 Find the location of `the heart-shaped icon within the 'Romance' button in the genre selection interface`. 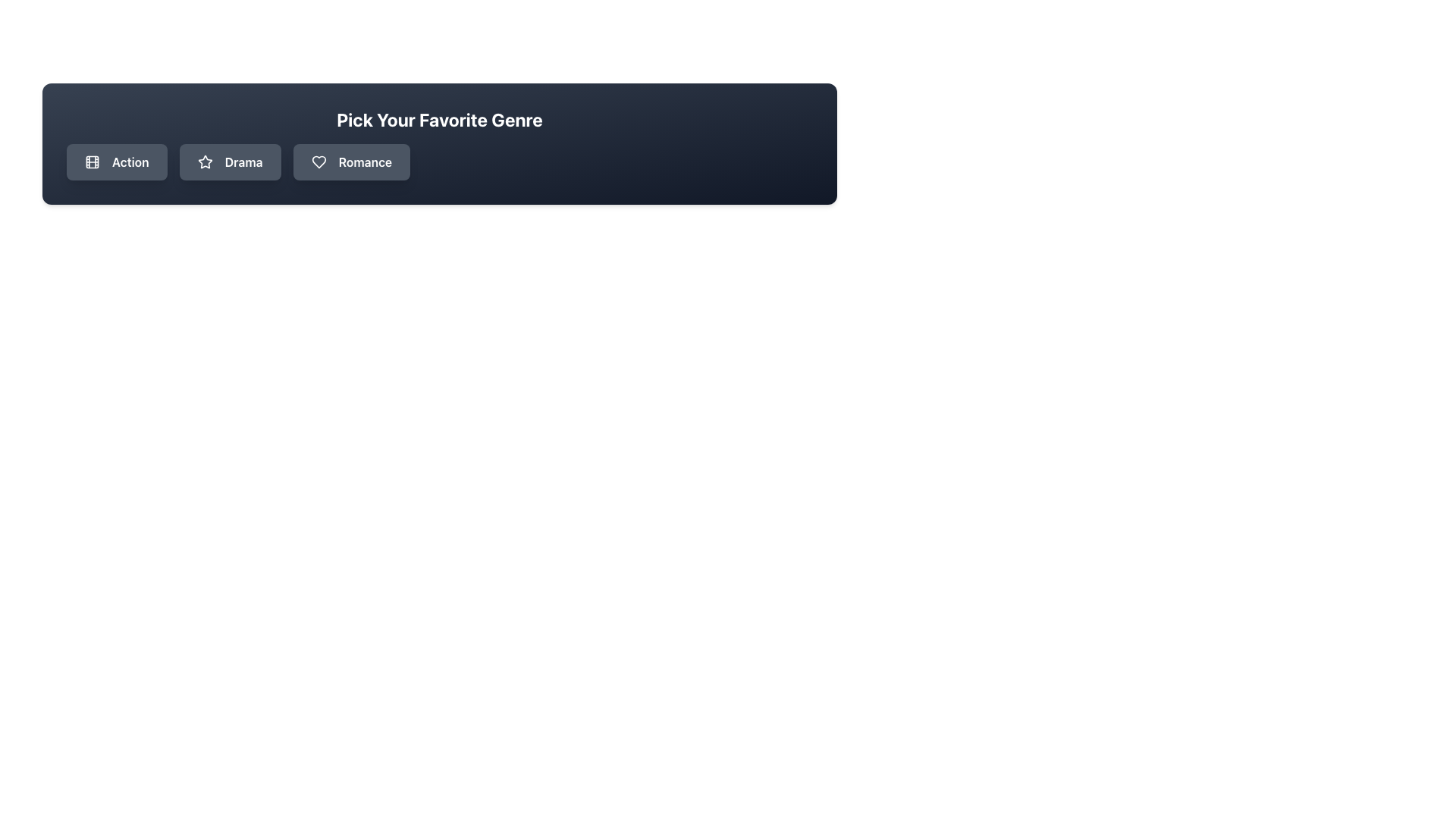

the heart-shaped icon within the 'Romance' button in the genre selection interface is located at coordinates (318, 162).